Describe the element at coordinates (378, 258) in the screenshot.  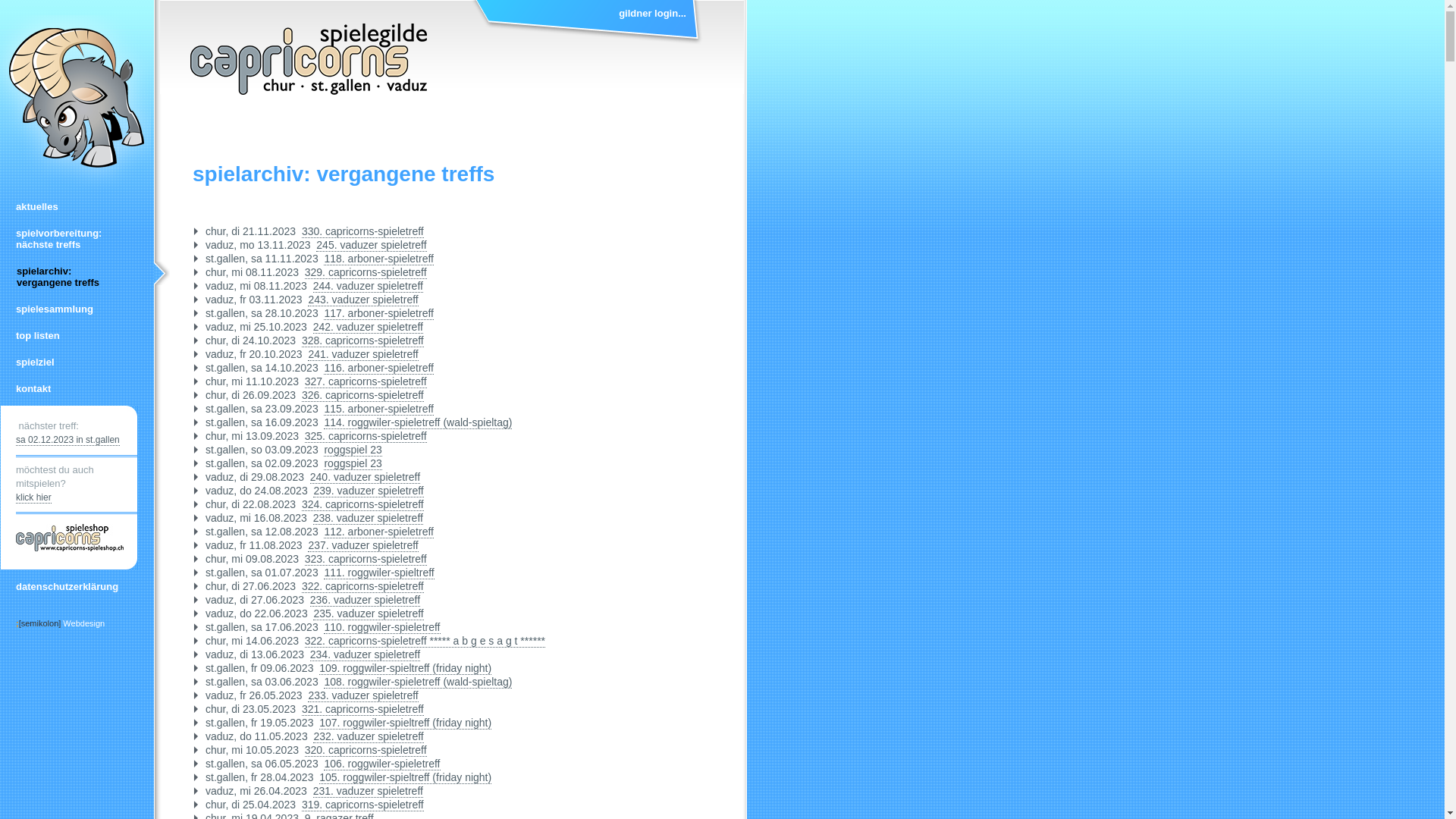
I see `'118. arboner-spieletreff'` at that location.